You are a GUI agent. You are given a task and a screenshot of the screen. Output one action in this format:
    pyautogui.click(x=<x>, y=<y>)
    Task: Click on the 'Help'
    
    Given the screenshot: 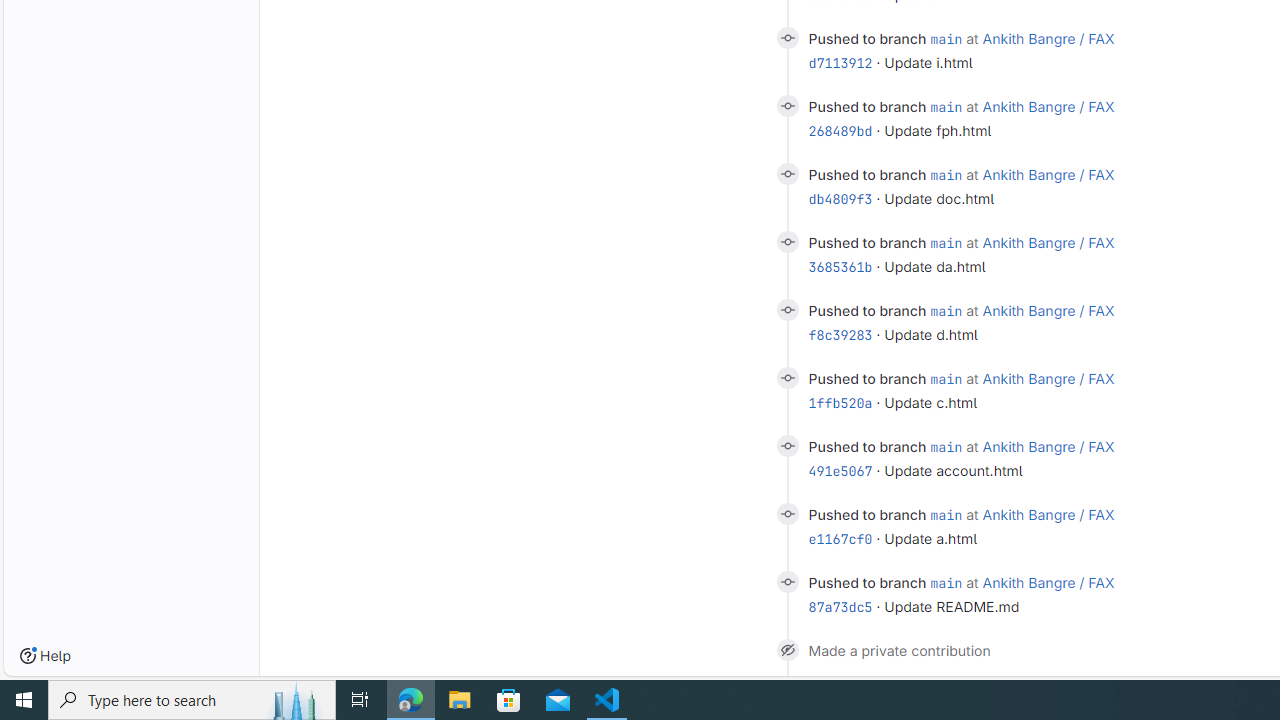 What is the action you would take?
    pyautogui.click(x=45, y=655)
    